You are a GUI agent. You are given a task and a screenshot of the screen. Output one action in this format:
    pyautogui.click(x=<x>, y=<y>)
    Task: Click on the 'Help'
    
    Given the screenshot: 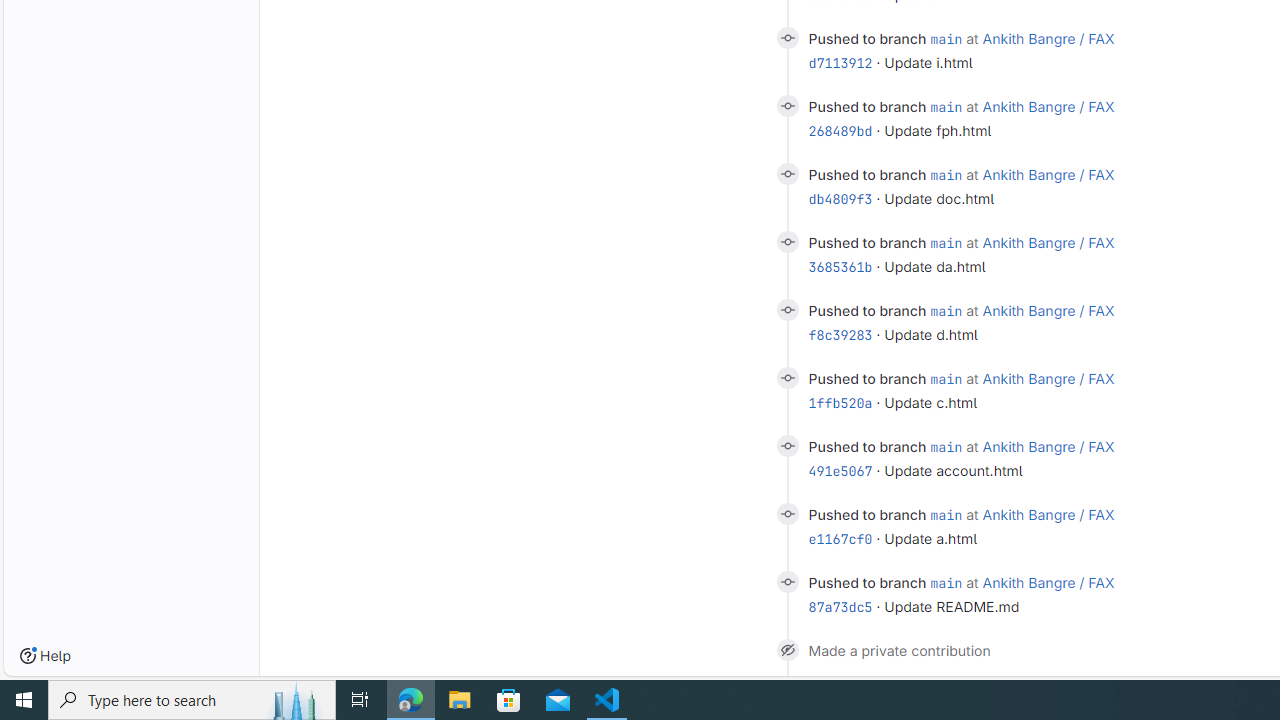 What is the action you would take?
    pyautogui.click(x=45, y=655)
    